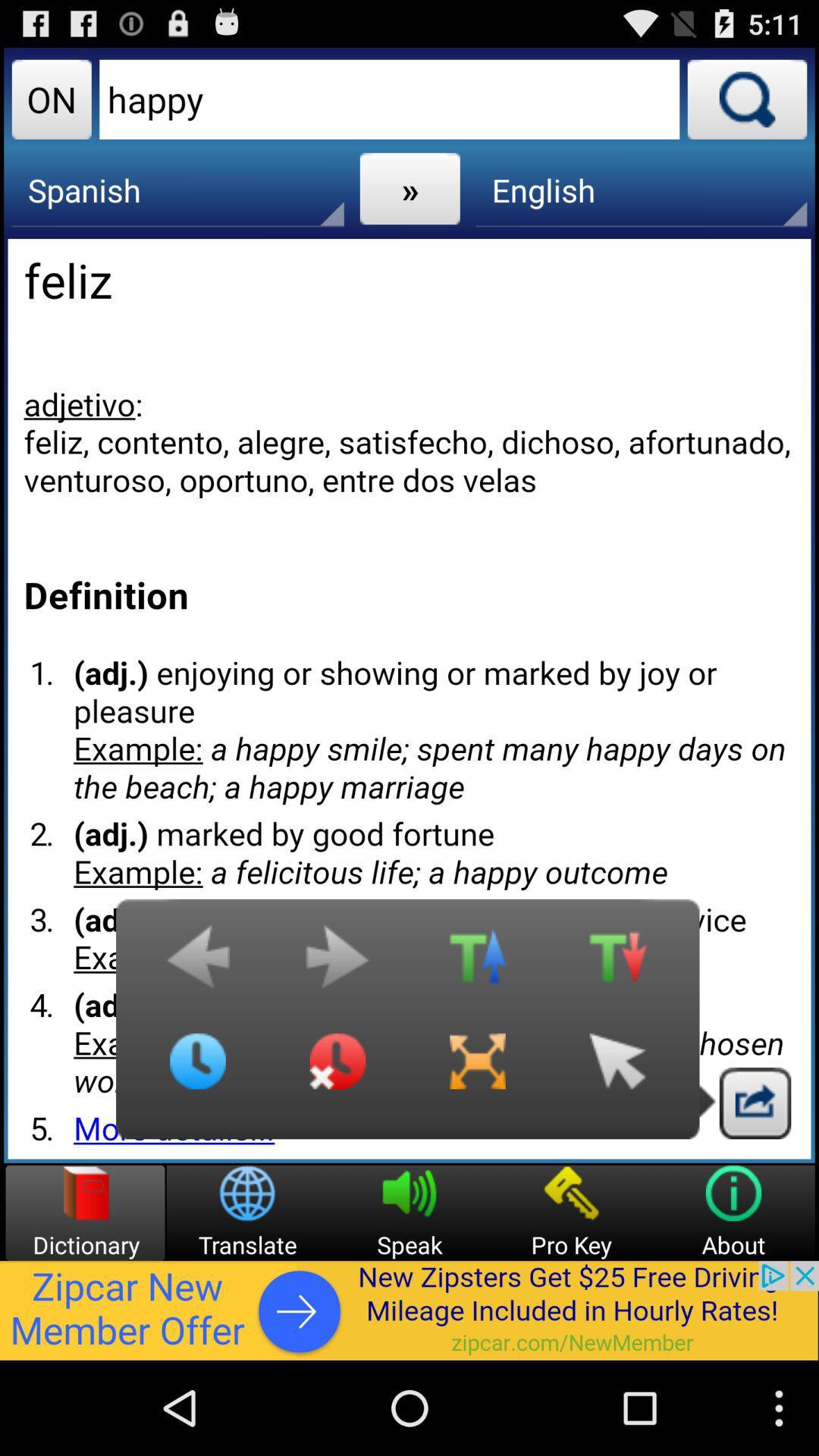 The width and height of the screenshot is (819, 1456). Describe the element at coordinates (337, 964) in the screenshot. I see `next` at that location.